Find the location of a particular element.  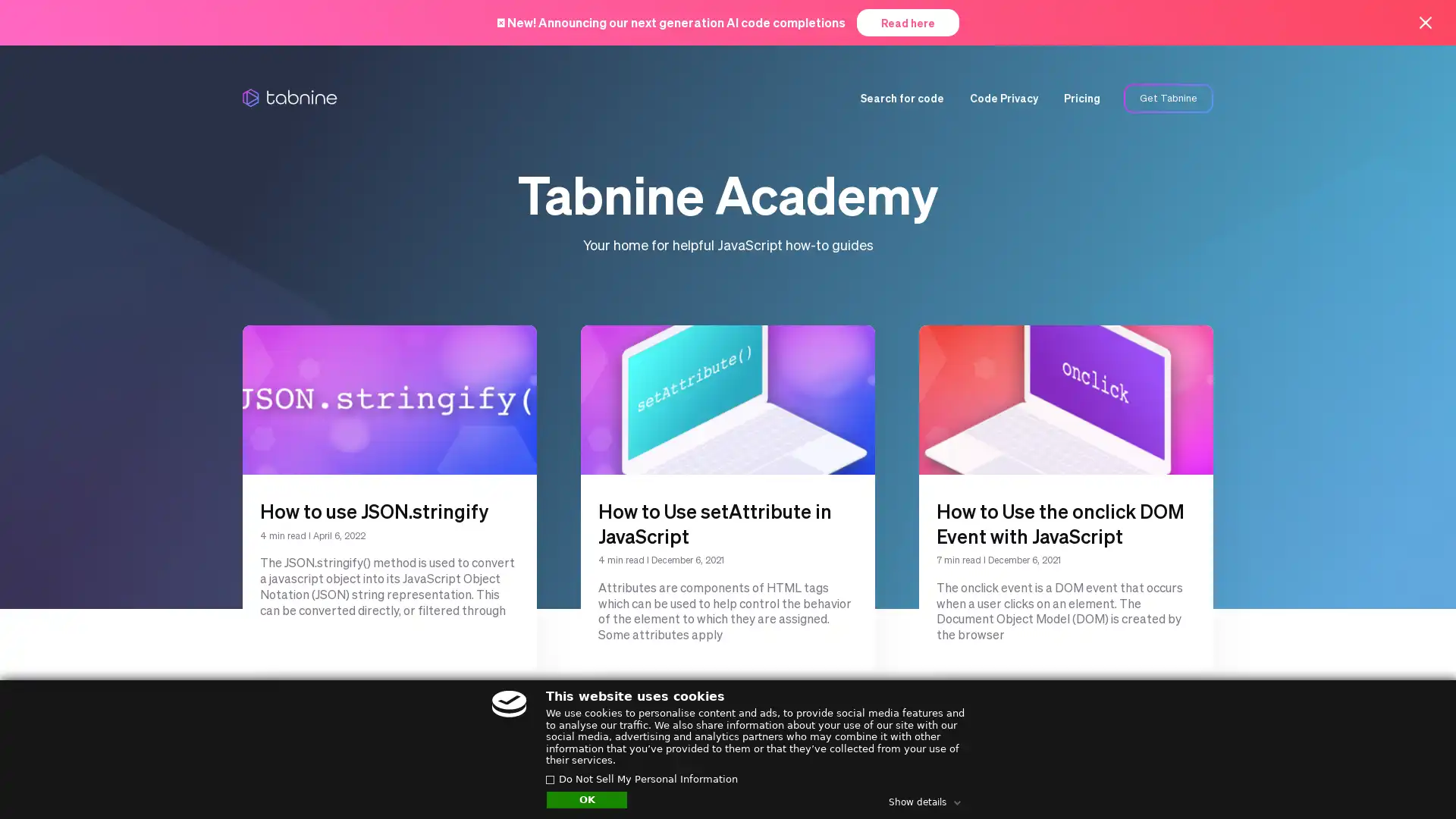

Open is located at coordinates (1410, 778).